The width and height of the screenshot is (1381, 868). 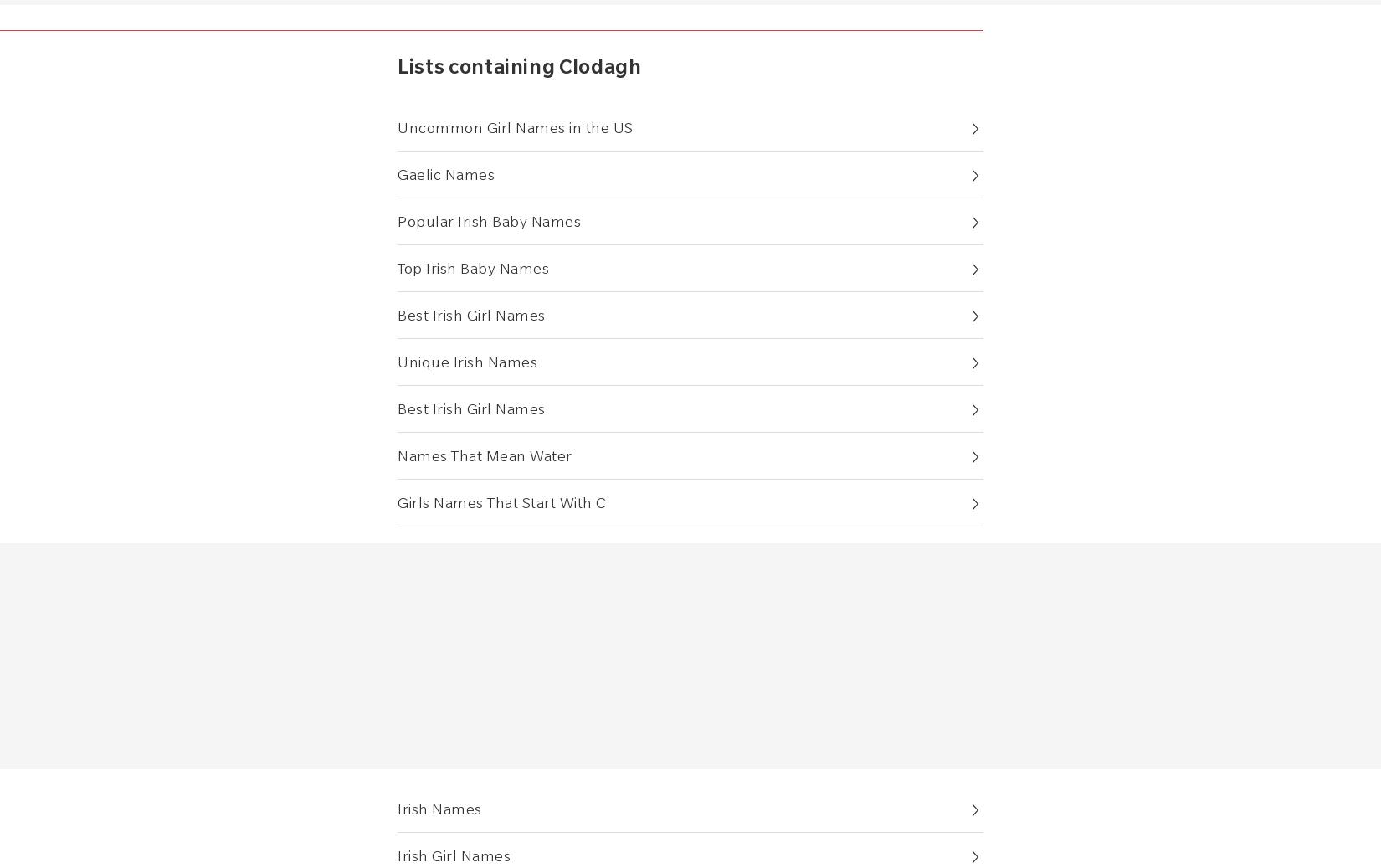 What do you see at coordinates (483, 455) in the screenshot?
I see `'Names That Mean Water'` at bounding box center [483, 455].